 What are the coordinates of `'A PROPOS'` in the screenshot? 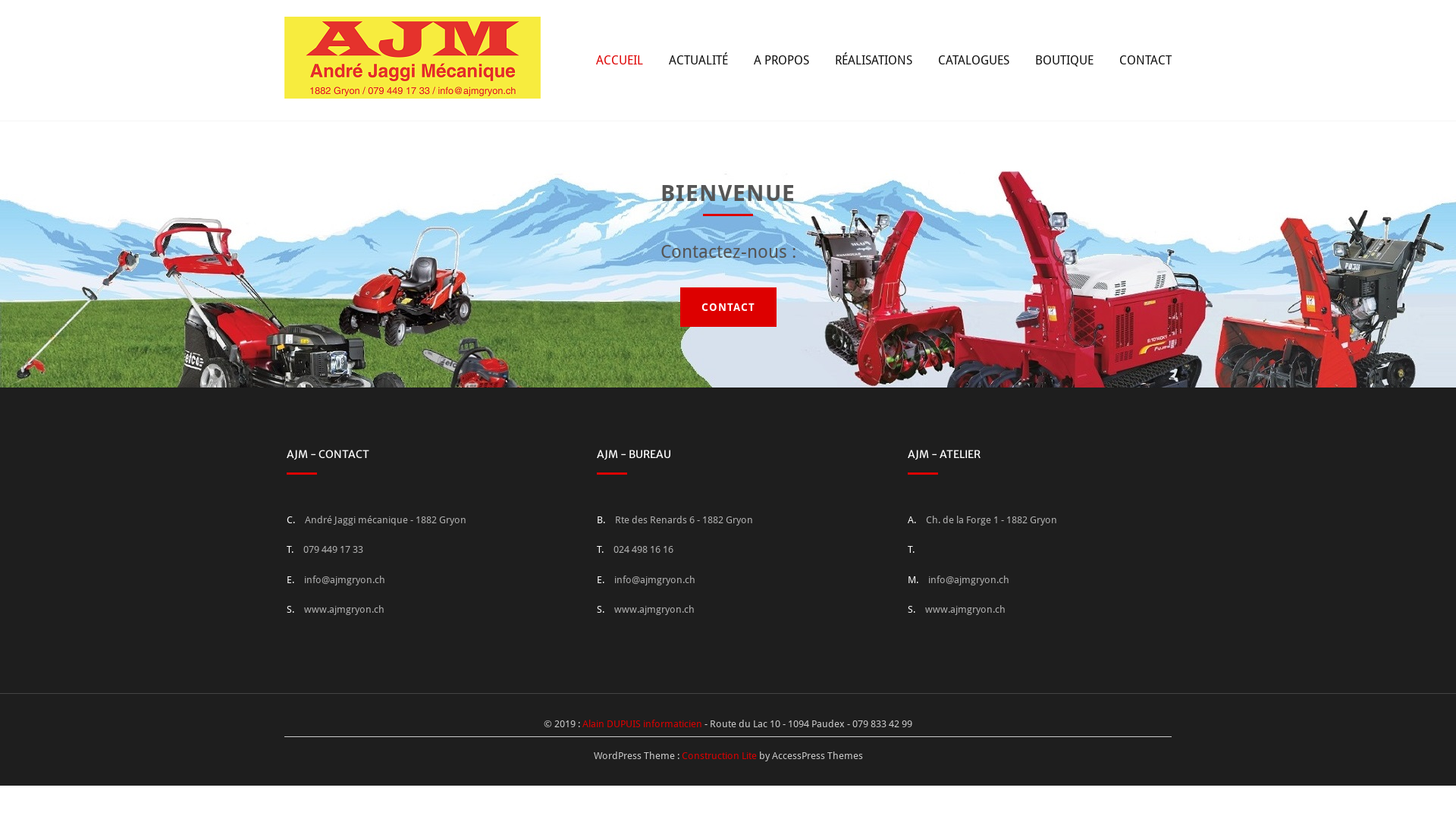 It's located at (781, 58).